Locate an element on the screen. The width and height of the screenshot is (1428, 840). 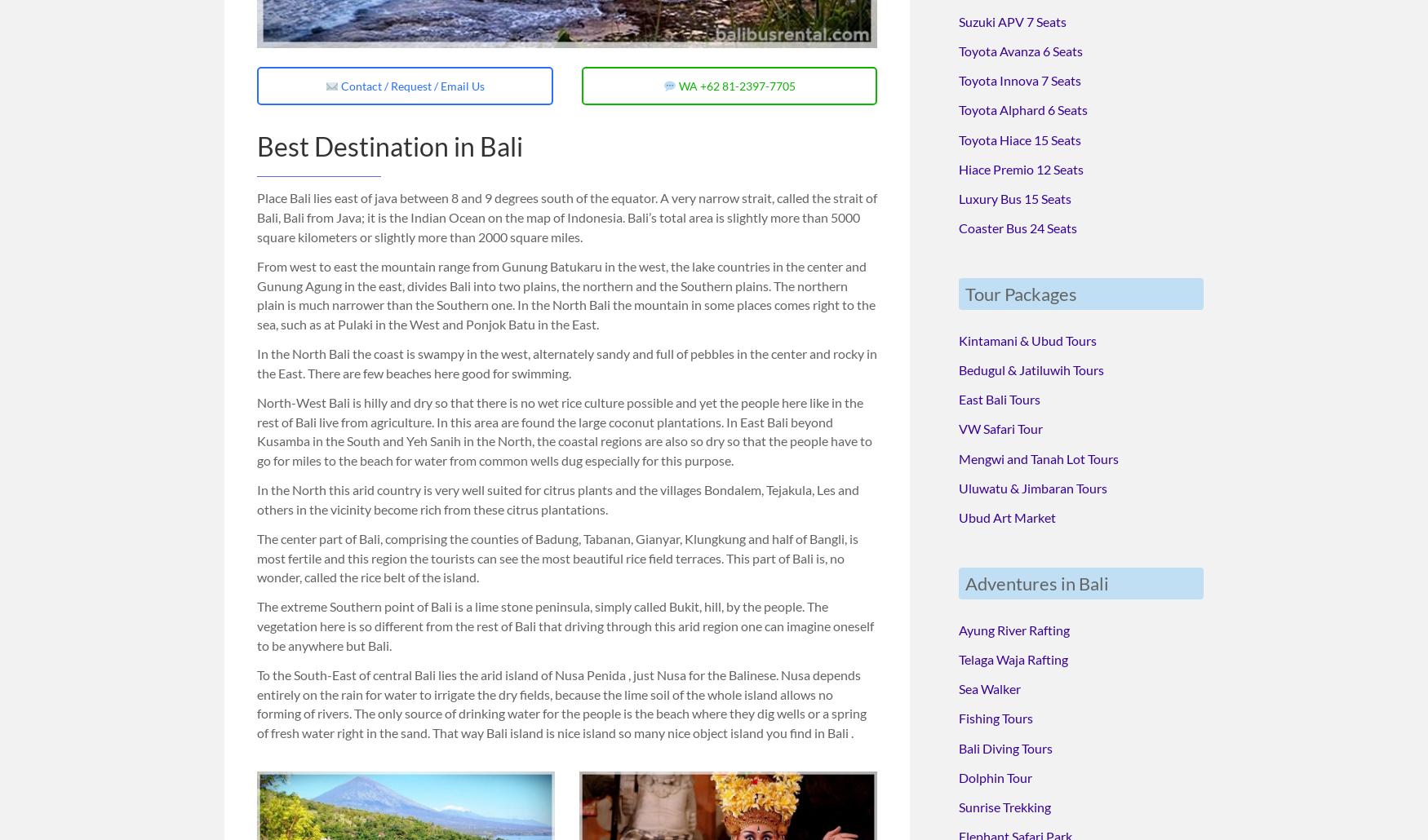
'Toyota Avanza 6 Seats' is located at coordinates (957, 49).